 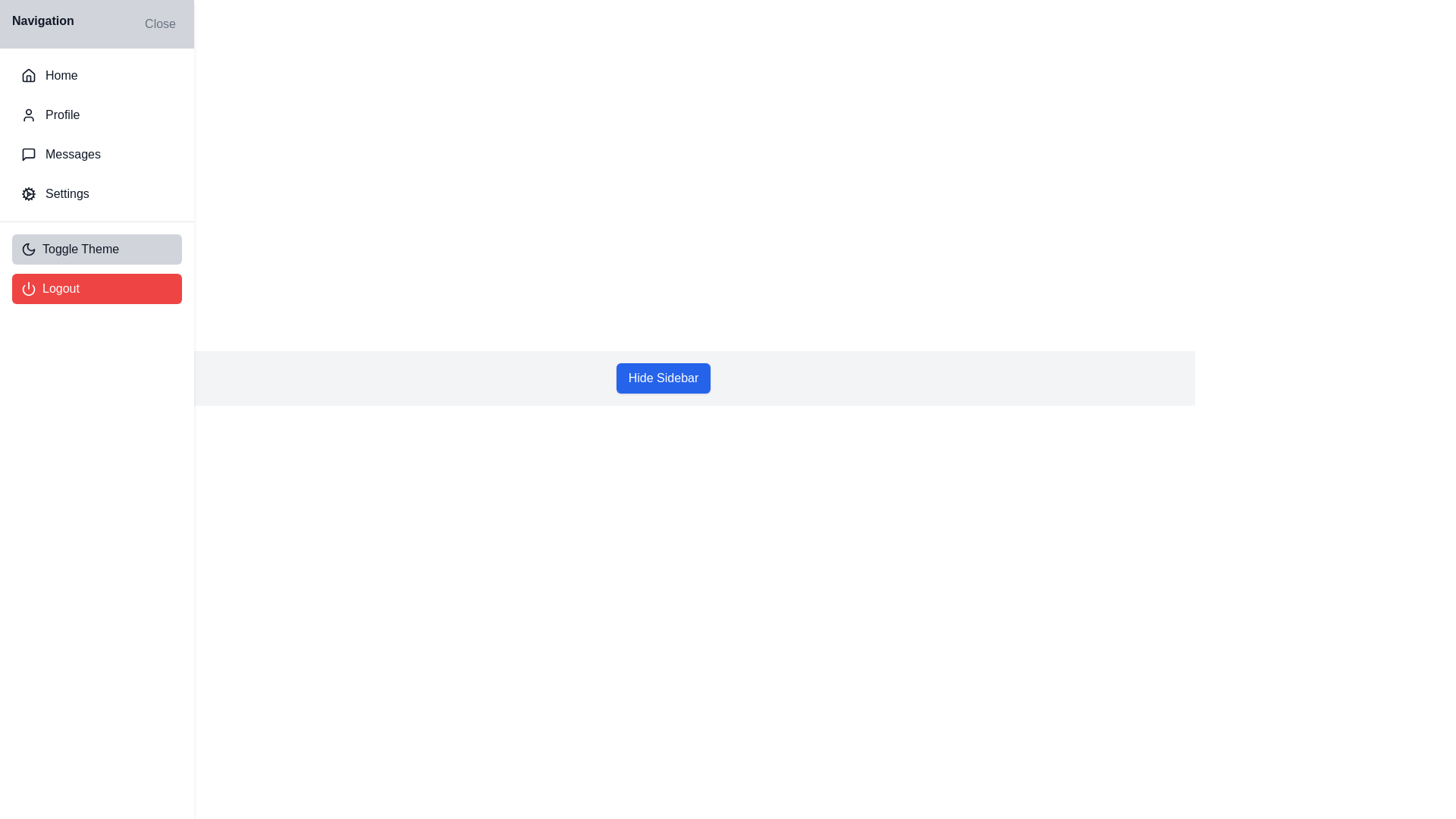 What do you see at coordinates (96, 289) in the screenshot?
I see `the 'Logout' button, which has a red background, white text, and a power icon on the left, located towards the bottom of the vertical navigation panel` at bounding box center [96, 289].